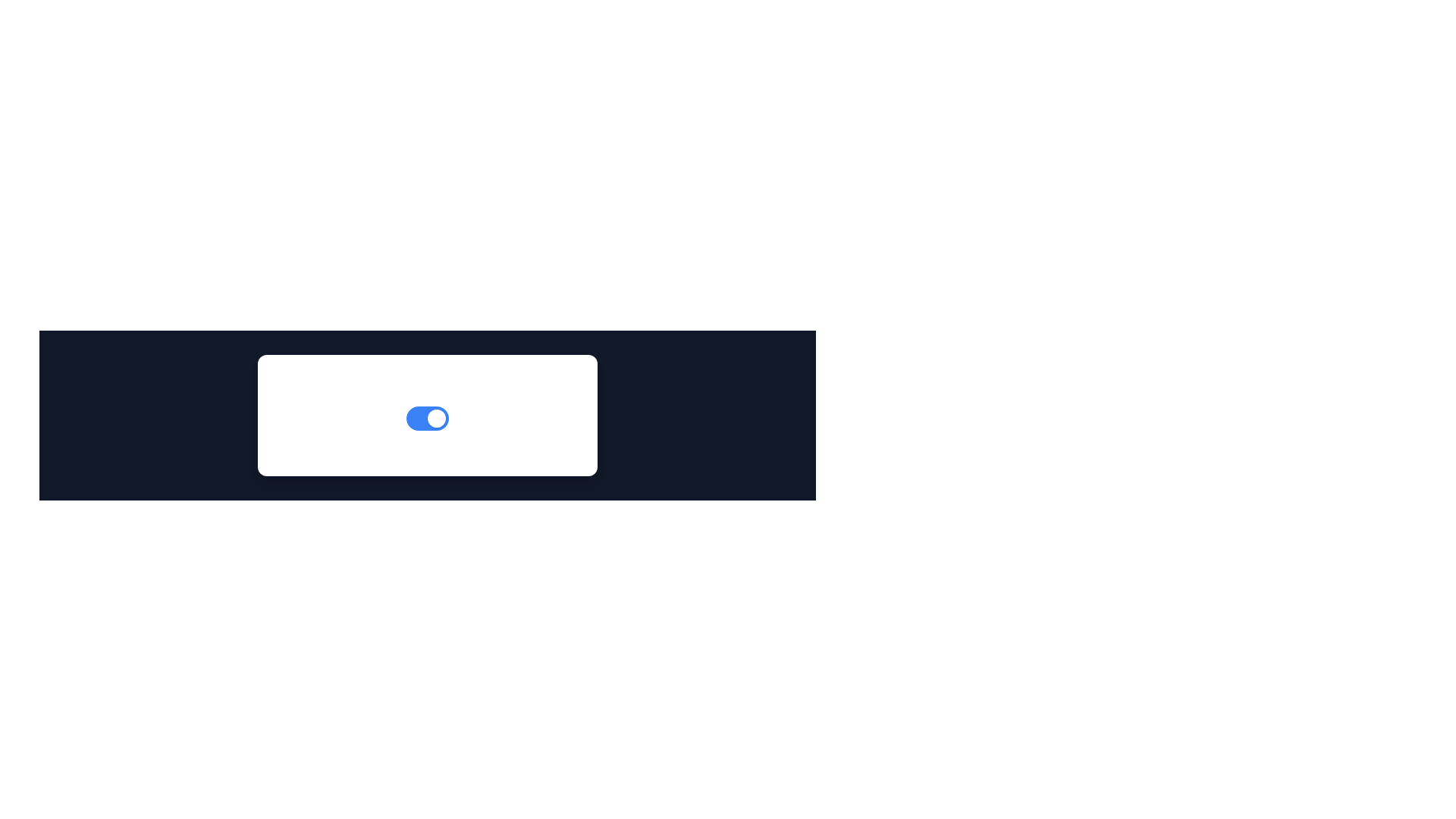 This screenshot has height=819, width=1456. Describe the element at coordinates (427, 418) in the screenshot. I see `the rounded rectangular toggle switch with a blue background and a white knob, which is currently indicating an active state` at that location.